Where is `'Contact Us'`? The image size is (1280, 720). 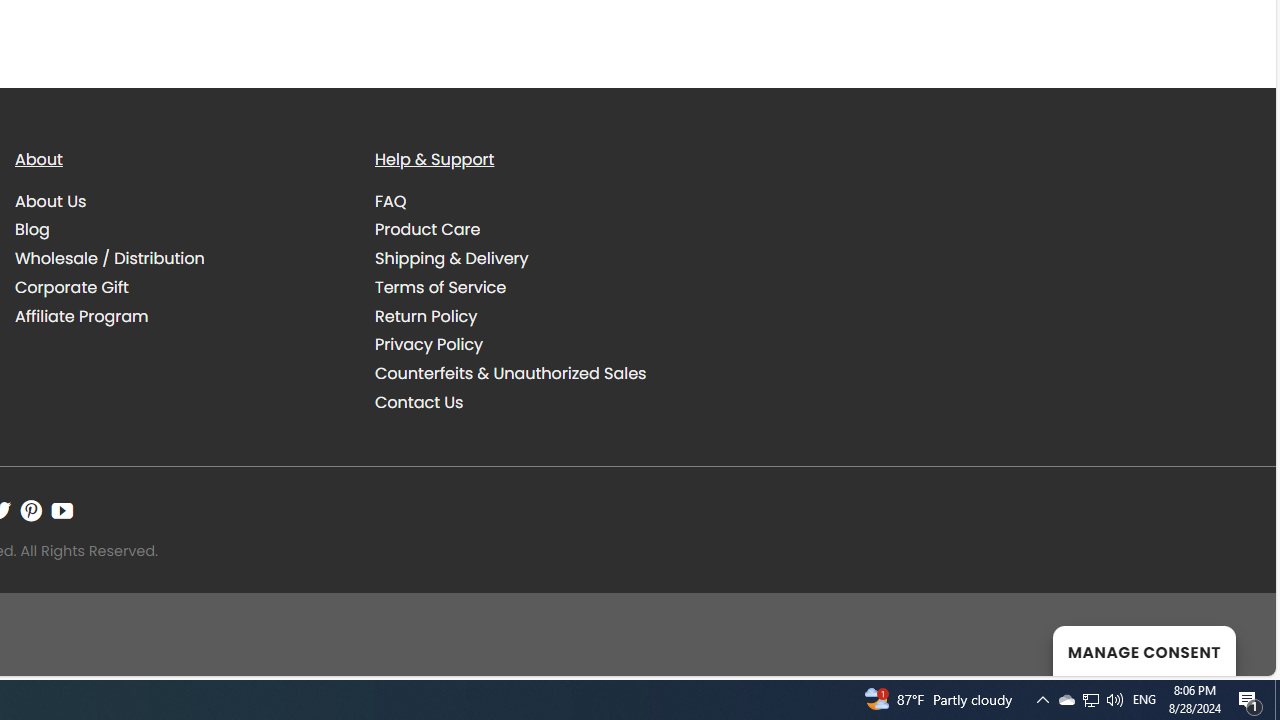
'Contact Us' is located at coordinates (418, 402).